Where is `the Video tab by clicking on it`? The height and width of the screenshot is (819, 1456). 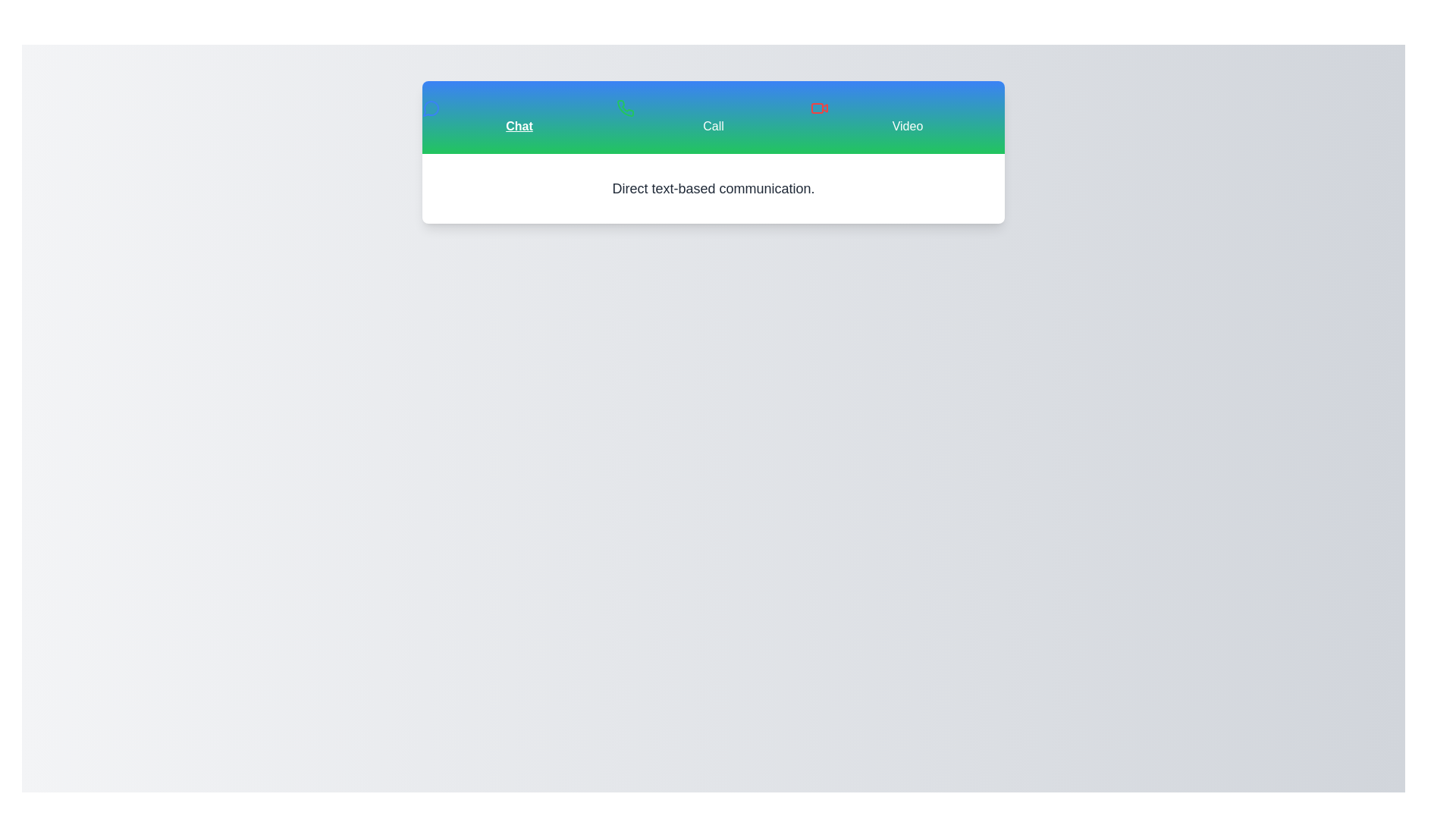 the Video tab by clicking on it is located at coordinates (907, 116).